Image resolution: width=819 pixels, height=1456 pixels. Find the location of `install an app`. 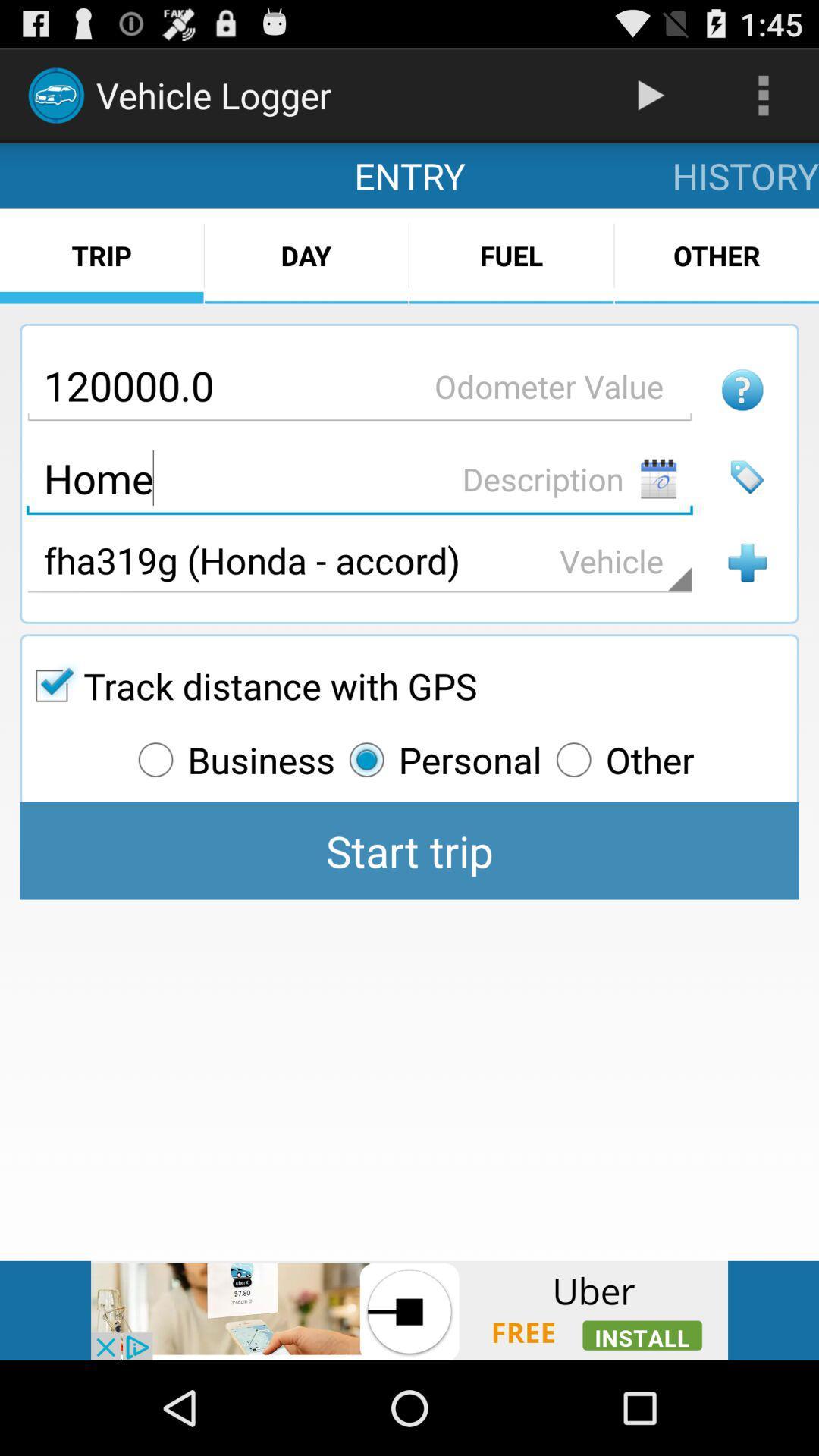

install an app is located at coordinates (409, 1310).